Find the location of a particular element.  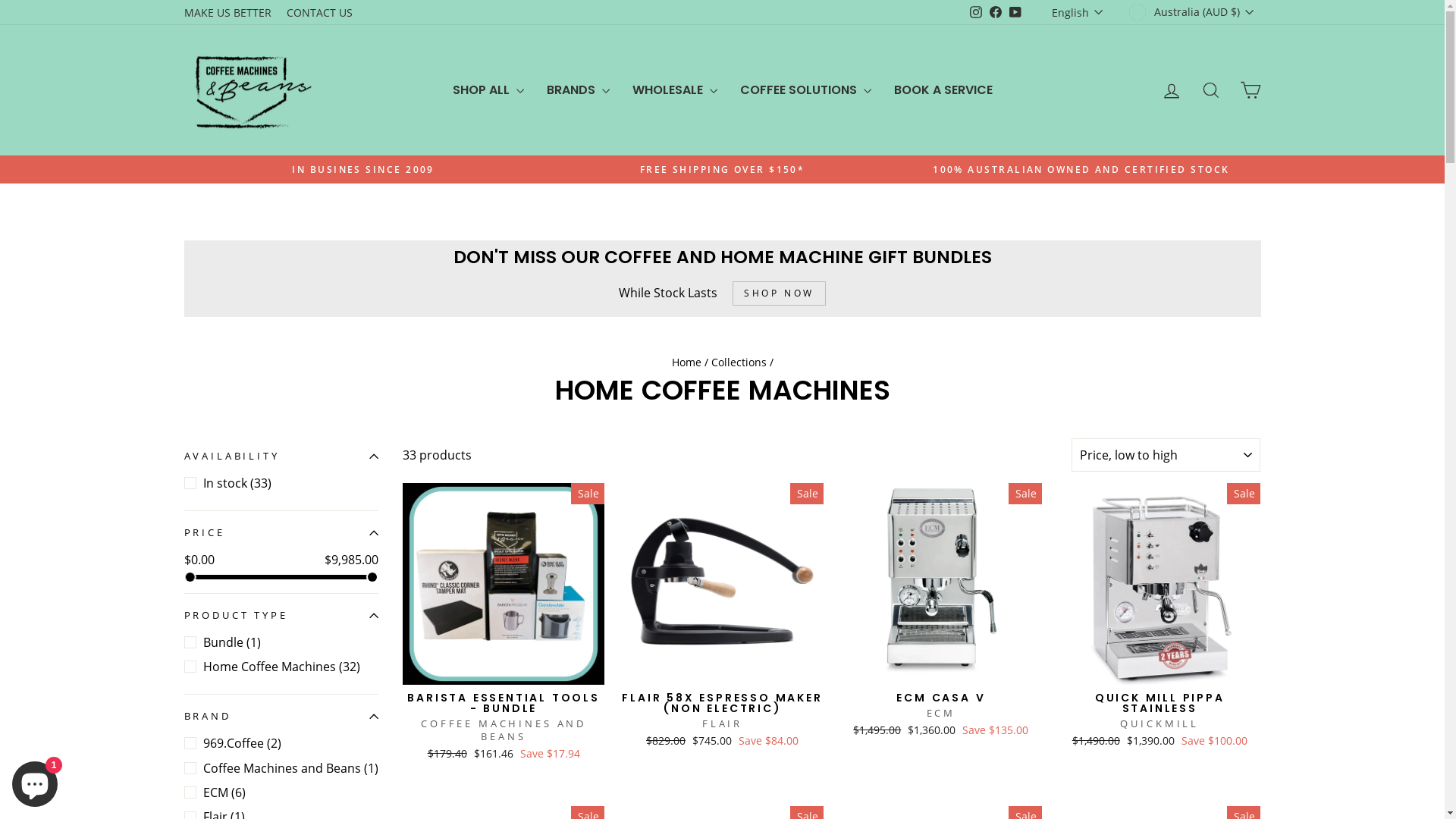

'SEARCH' is located at coordinates (1210, 90).